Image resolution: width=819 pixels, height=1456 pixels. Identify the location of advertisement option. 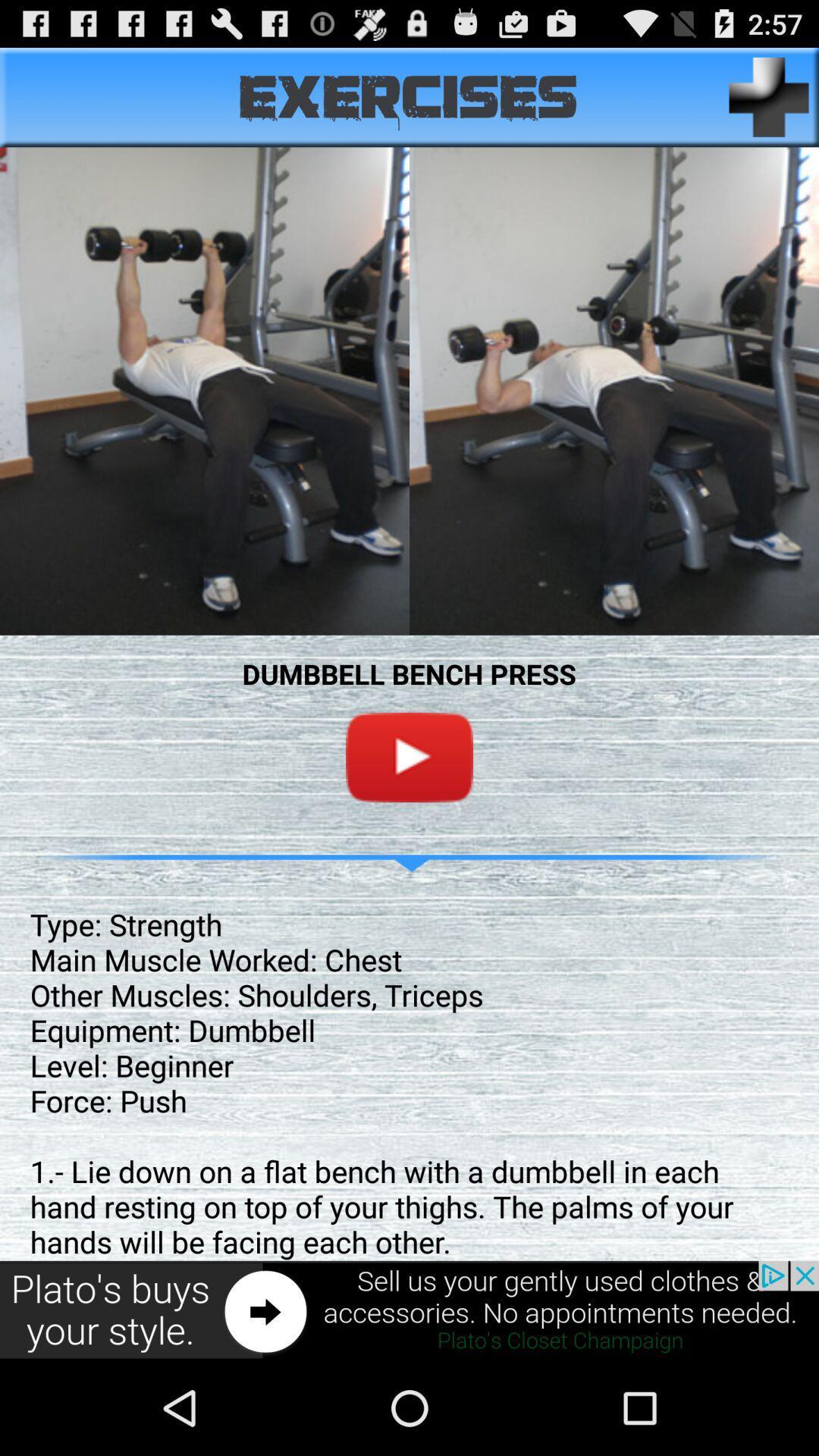
(409, 1310).